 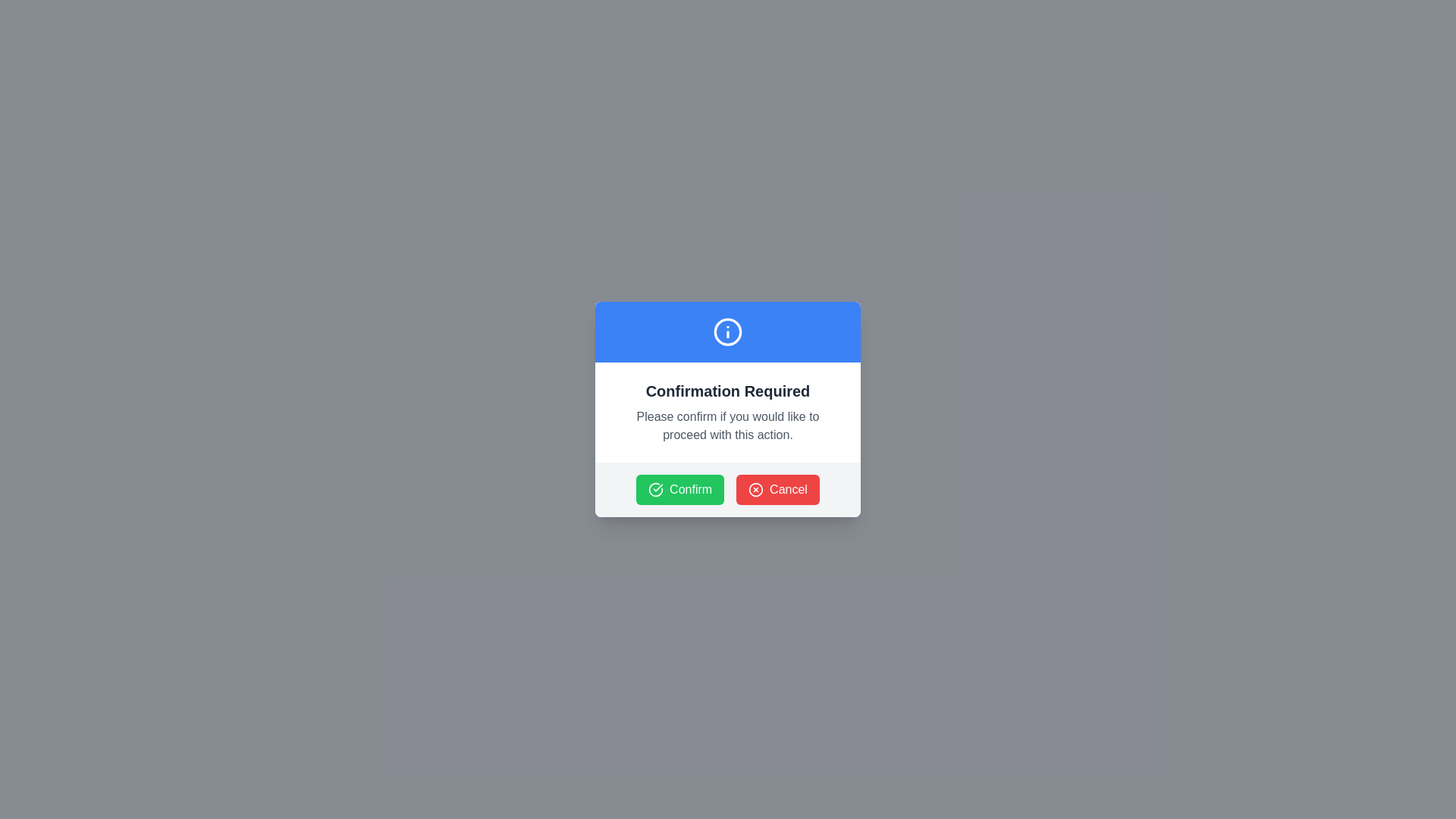 What do you see at coordinates (728, 331) in the screenshot?
I see `the circular information icon with a blue background and white outline, featuring a white 'i' symbol, located in the blue header of the modal window above the title 'Confirmation Required'` at bounding box center [728, 331].